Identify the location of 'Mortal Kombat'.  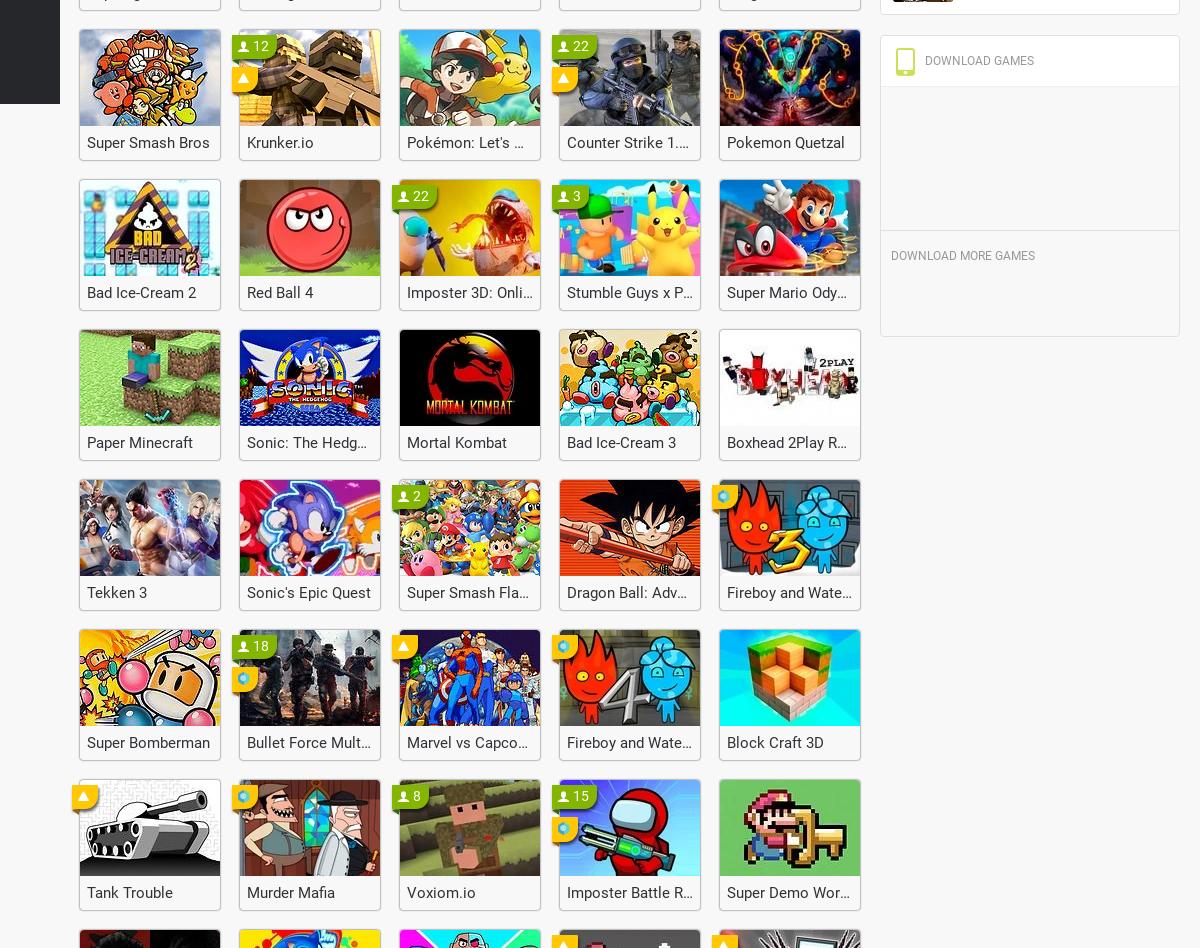
(455, 442).